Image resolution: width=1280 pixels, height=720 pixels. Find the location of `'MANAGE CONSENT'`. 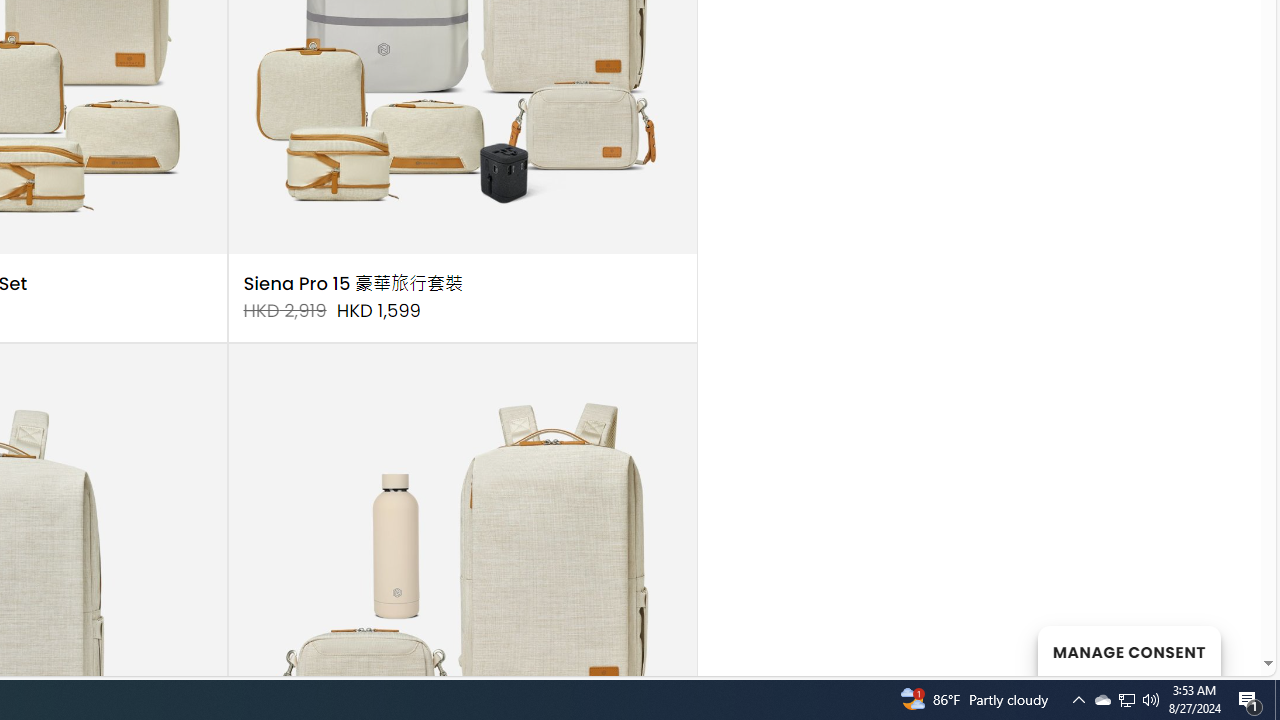

'MANAGE CONSENT' is located at coordinates (1128, 650).